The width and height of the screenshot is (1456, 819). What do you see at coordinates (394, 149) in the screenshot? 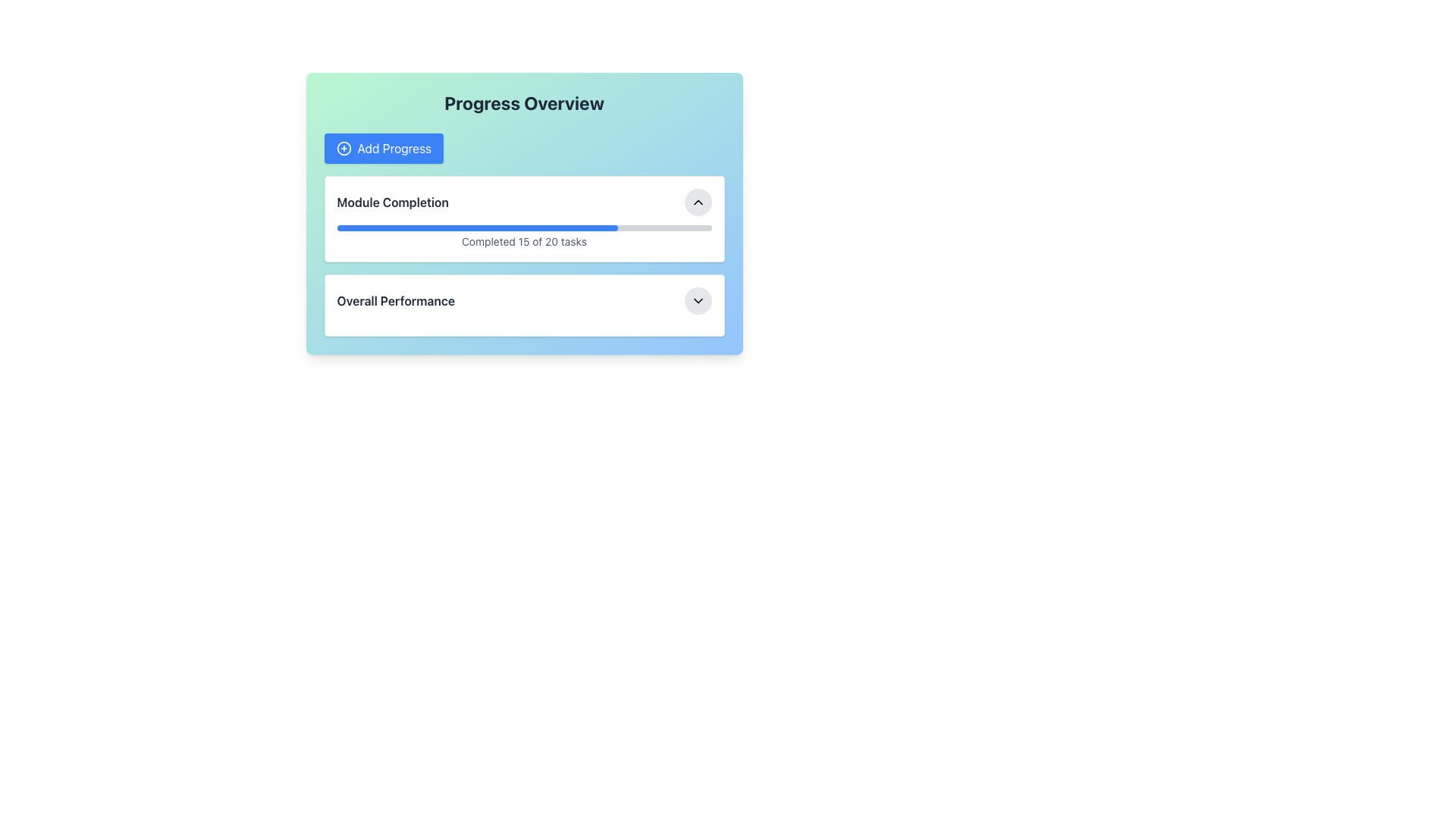
I see `the Text Label that is part of the button for managing progress actions, located to the right of the plus icon in the 'Progress Overview' card` at bounding box center [394, 149].